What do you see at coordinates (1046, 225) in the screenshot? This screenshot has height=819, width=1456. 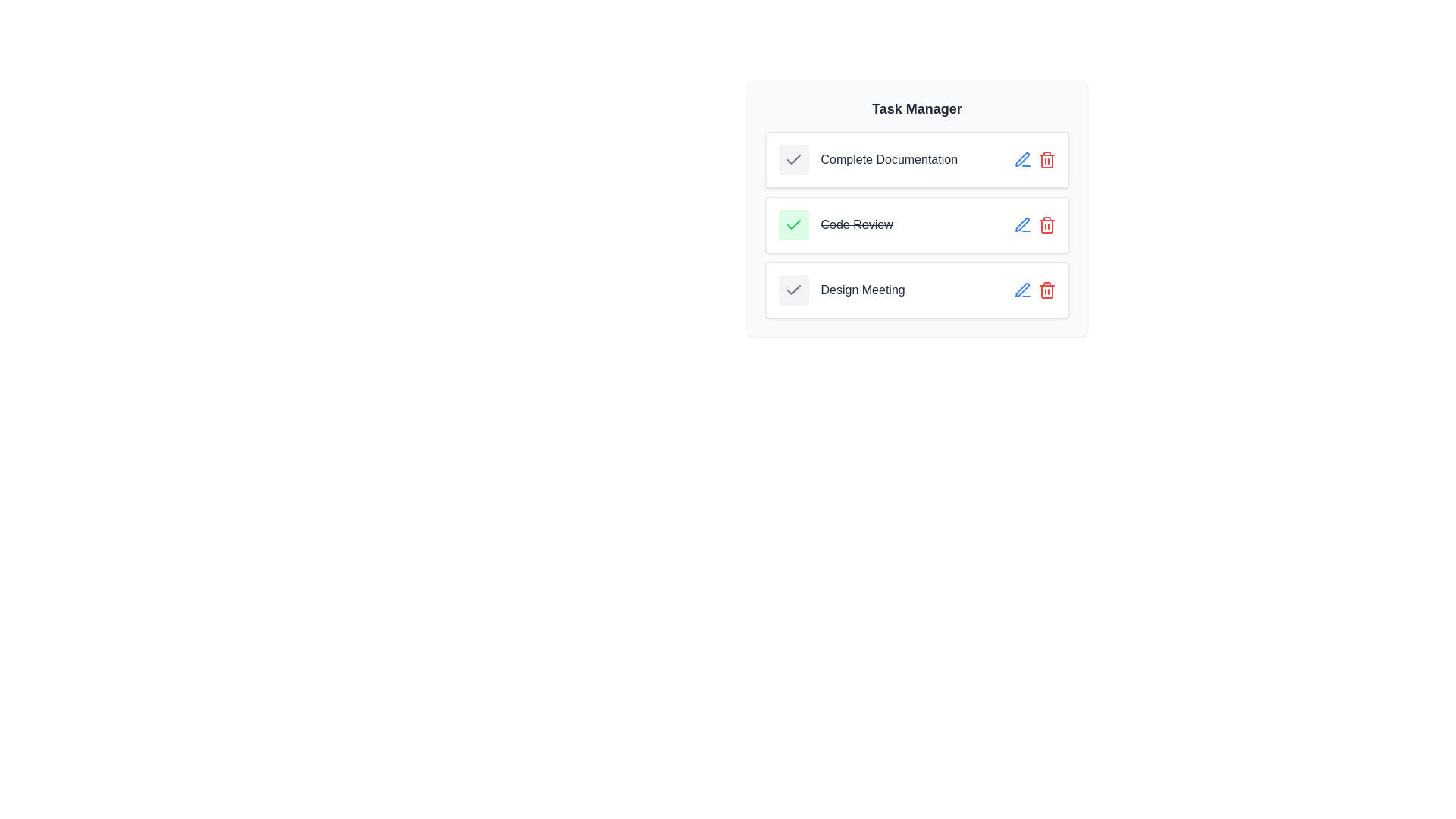 I see `the Icon button located at the right edge of the task manager interface adjacent to the 'Code Review' list item` at bounding box center [1046, 225].